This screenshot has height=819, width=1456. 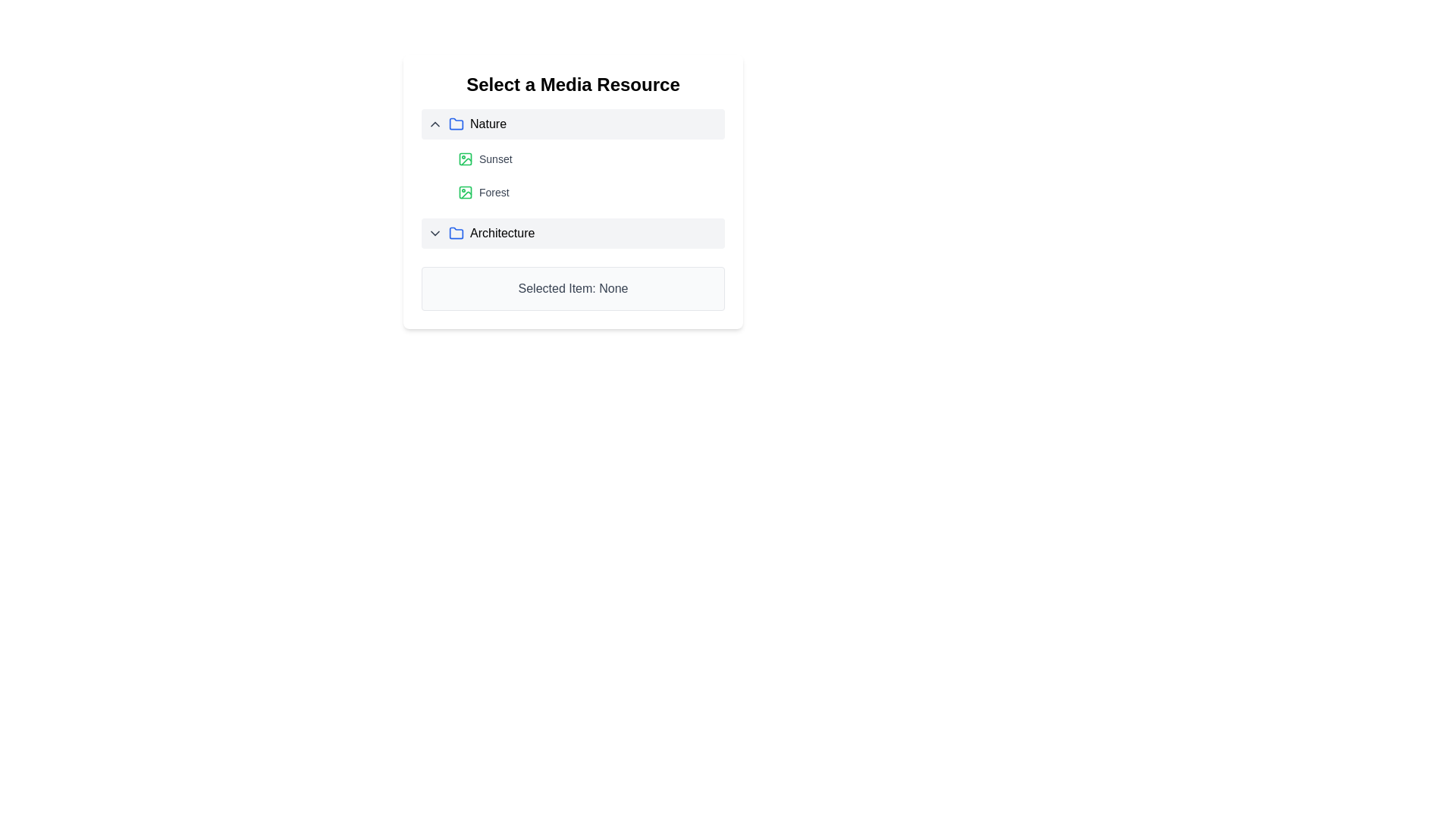 I want to click on the green rectangular icon with rounded corners that represents an image, located to the left of the text label 'Forest' in the media resource selector panel, so click(x=465, y=158).